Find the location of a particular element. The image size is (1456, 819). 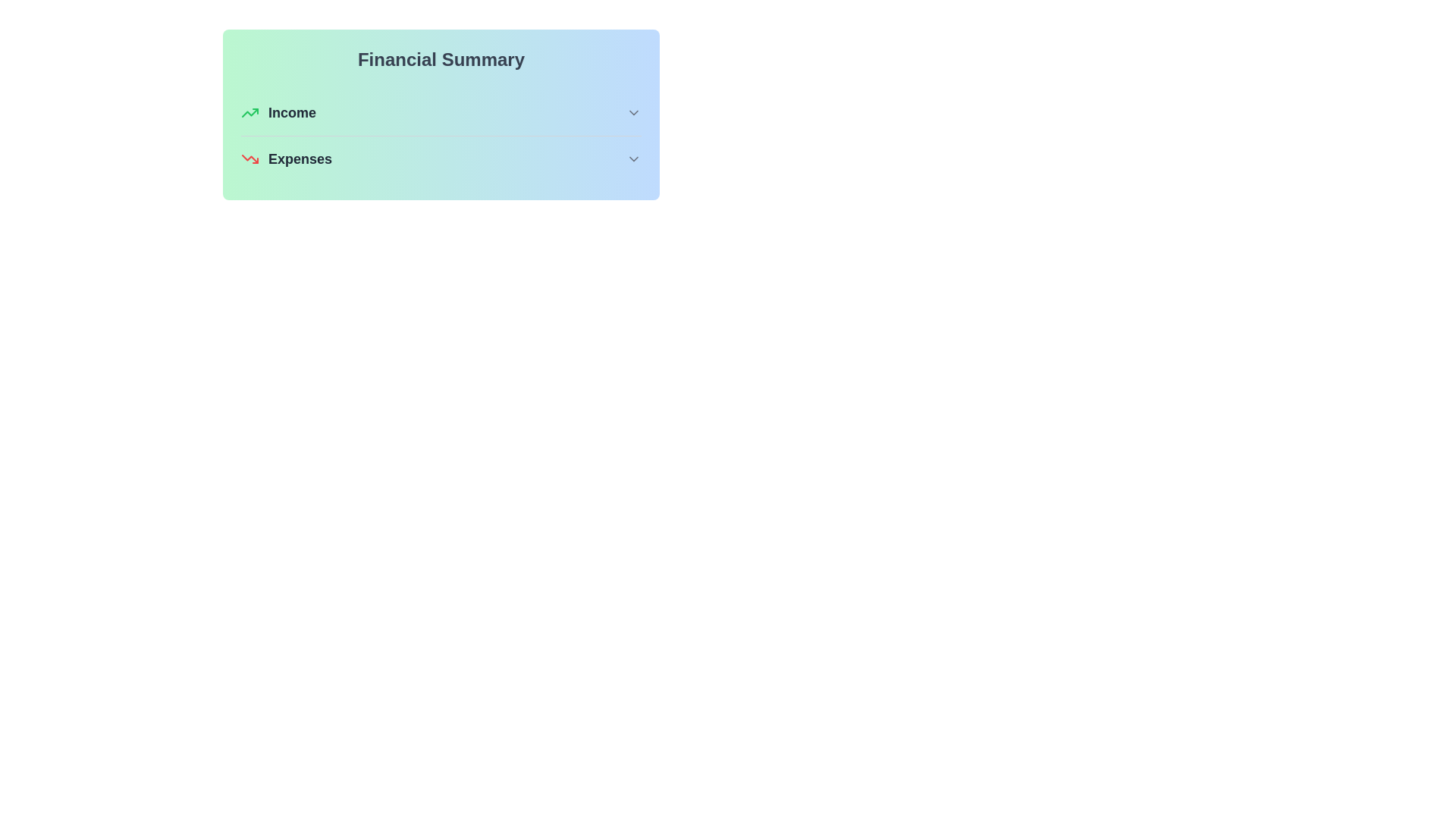

the 'Expenses' text in the second list item of the 'Financial Summary' panel, which features a red downward-trending arrow icon on the left is located at coordinates (287, 158).